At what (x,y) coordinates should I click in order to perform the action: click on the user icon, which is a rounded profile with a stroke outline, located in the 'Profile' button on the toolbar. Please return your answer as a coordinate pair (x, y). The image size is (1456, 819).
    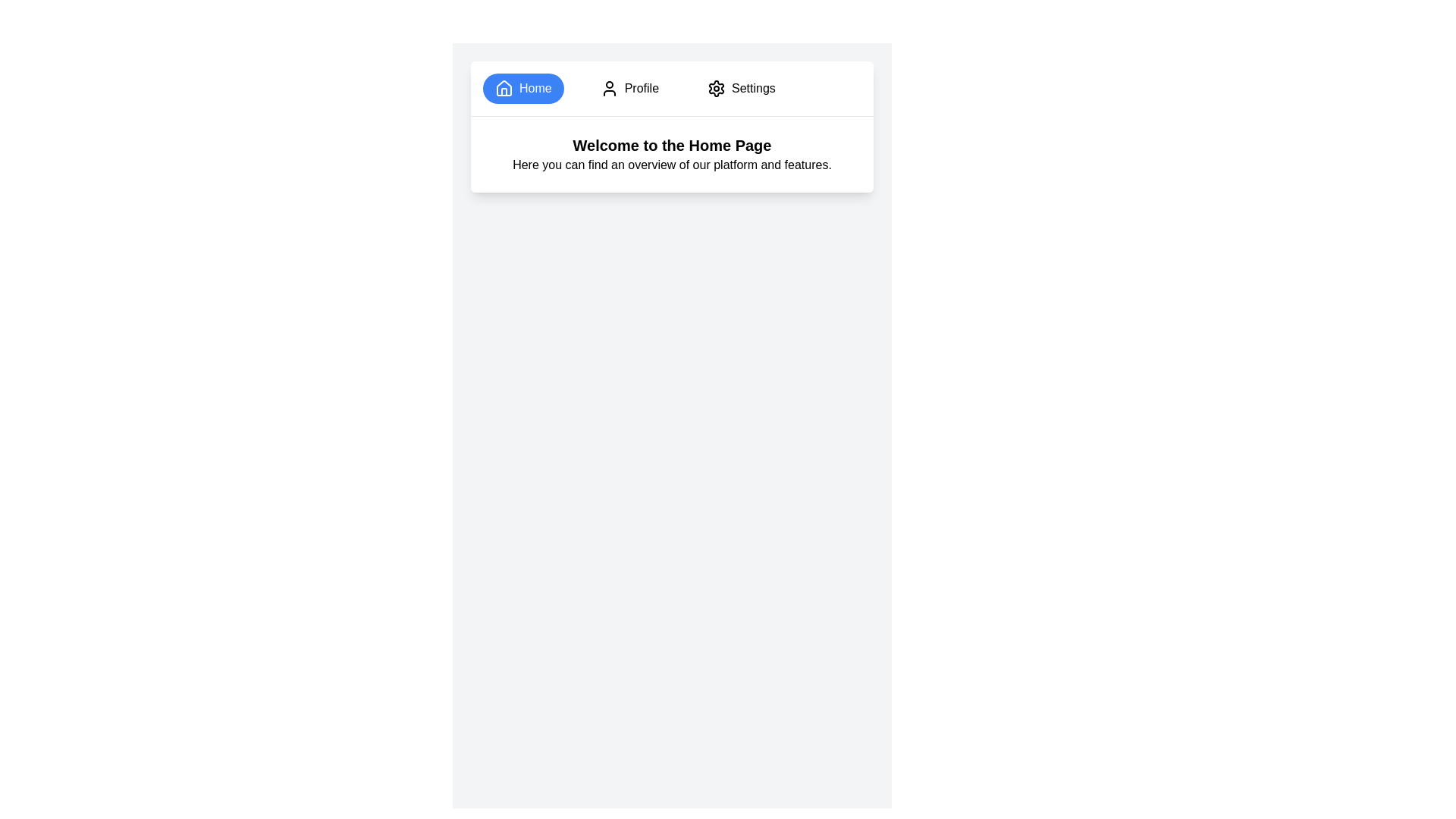
    Looking at the image, I should click on (609, 88).